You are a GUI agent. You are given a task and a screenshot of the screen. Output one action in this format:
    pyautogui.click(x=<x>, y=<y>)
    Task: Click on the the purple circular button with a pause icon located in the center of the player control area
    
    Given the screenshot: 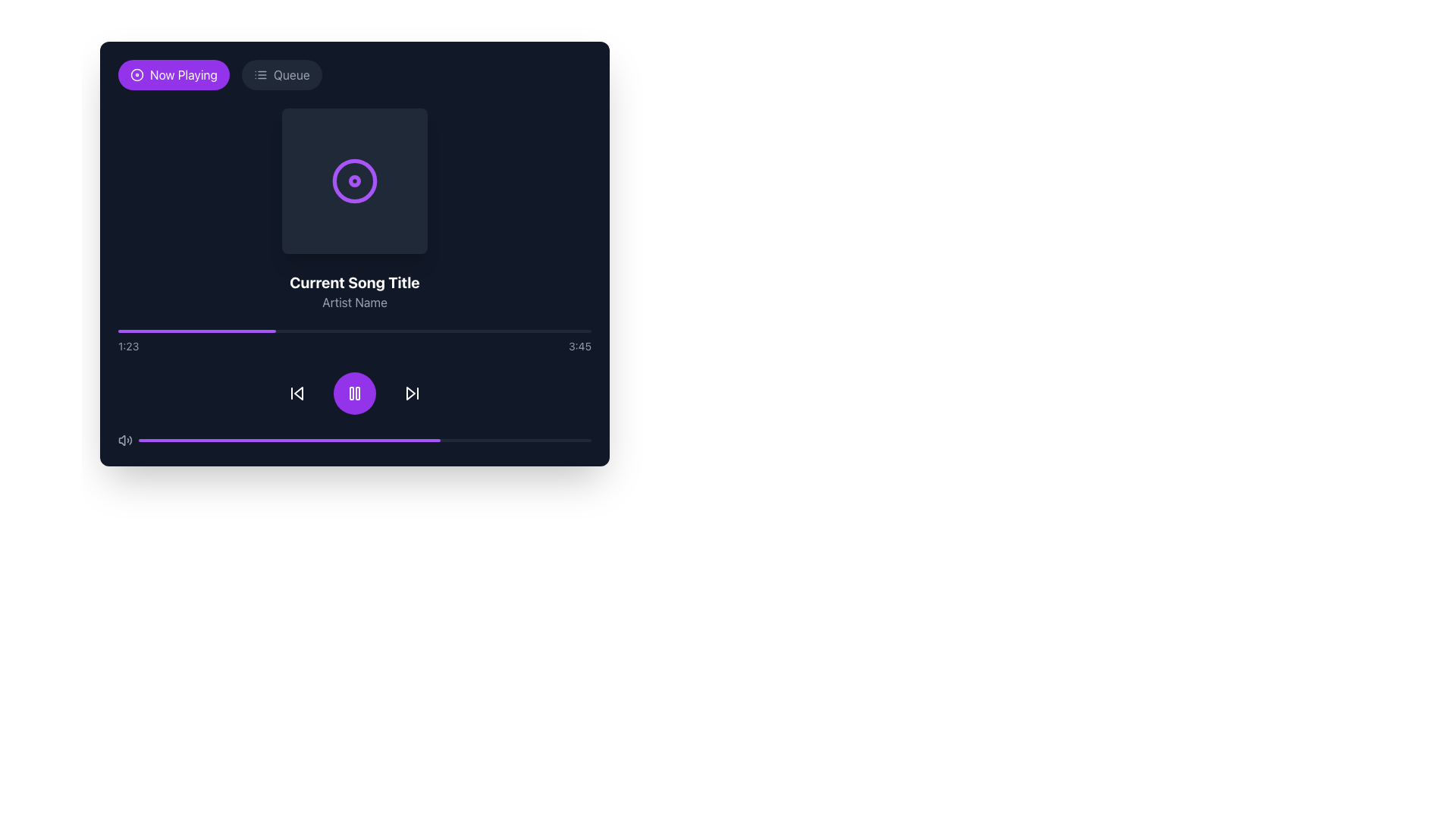 What is the action you would take?
    pyautogui.click(x=353, y=393)
    